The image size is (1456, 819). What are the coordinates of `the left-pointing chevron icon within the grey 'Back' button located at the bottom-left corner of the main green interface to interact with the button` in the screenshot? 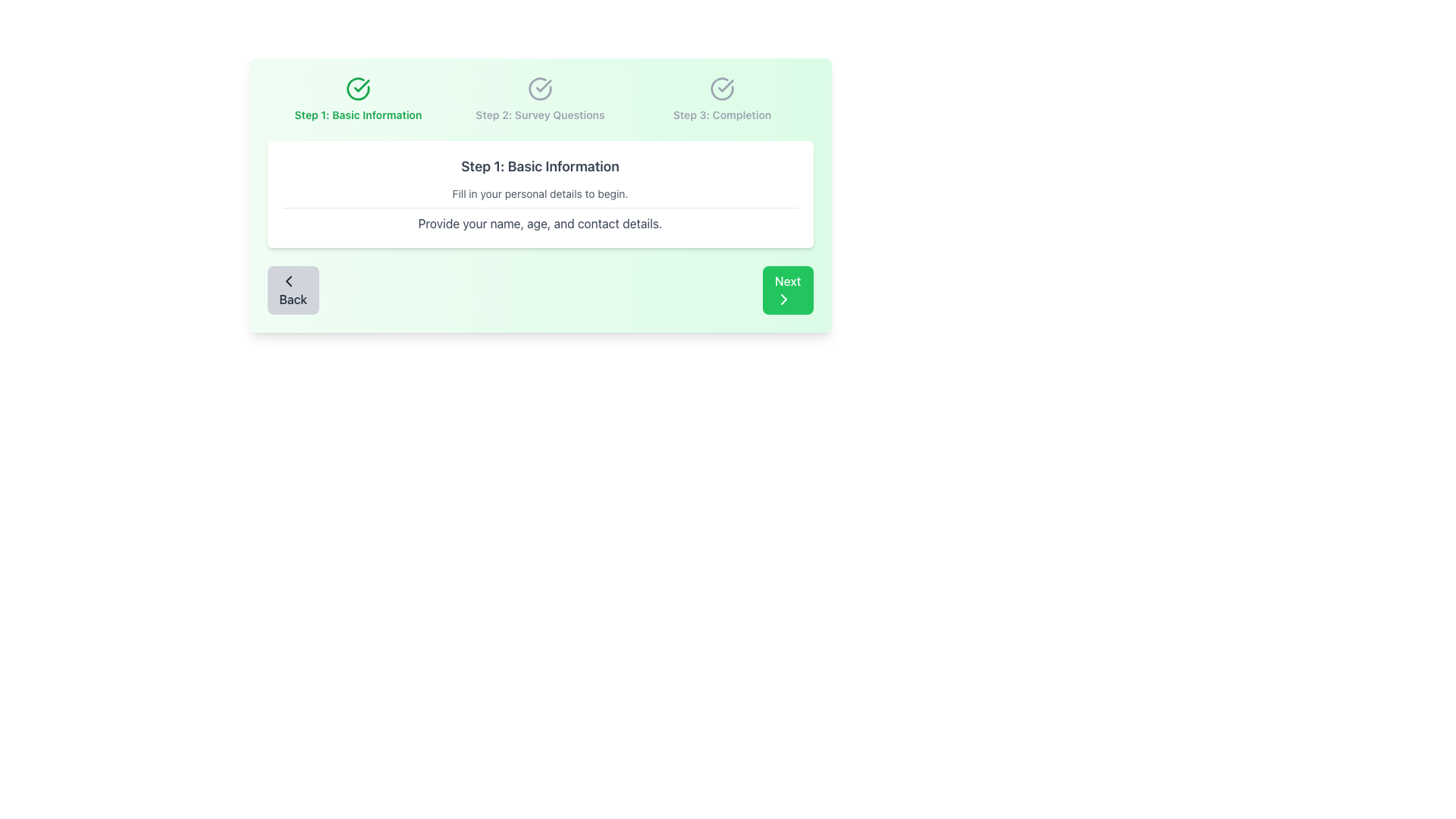 It's located at (288, 281).